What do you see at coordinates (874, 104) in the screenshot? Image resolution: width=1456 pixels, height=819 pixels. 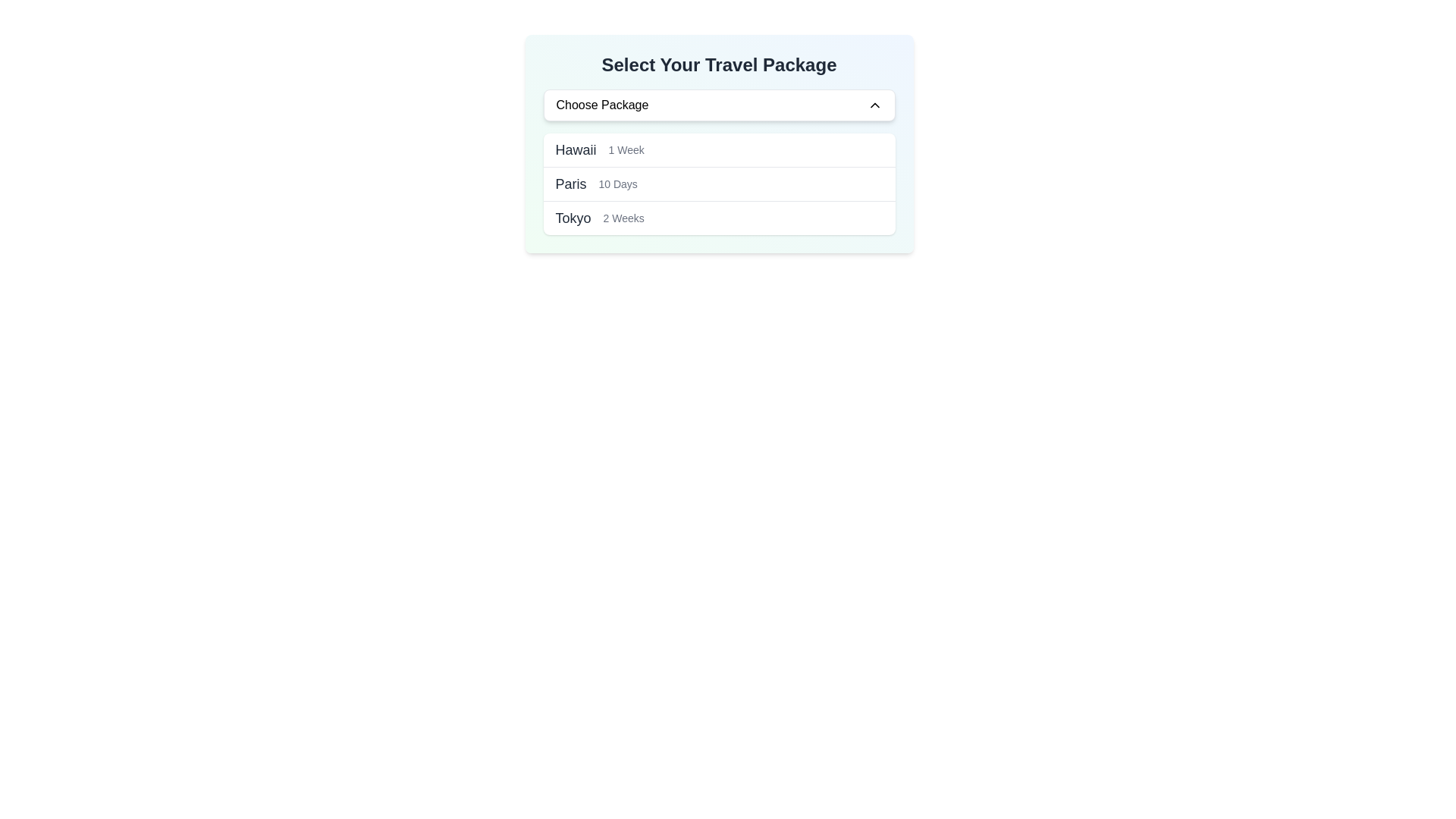 I see `the collapse icon located at the right-most position inside the 'Choose Package' dropdown selector for accessibility purposes` at bounding box center [874, 104].